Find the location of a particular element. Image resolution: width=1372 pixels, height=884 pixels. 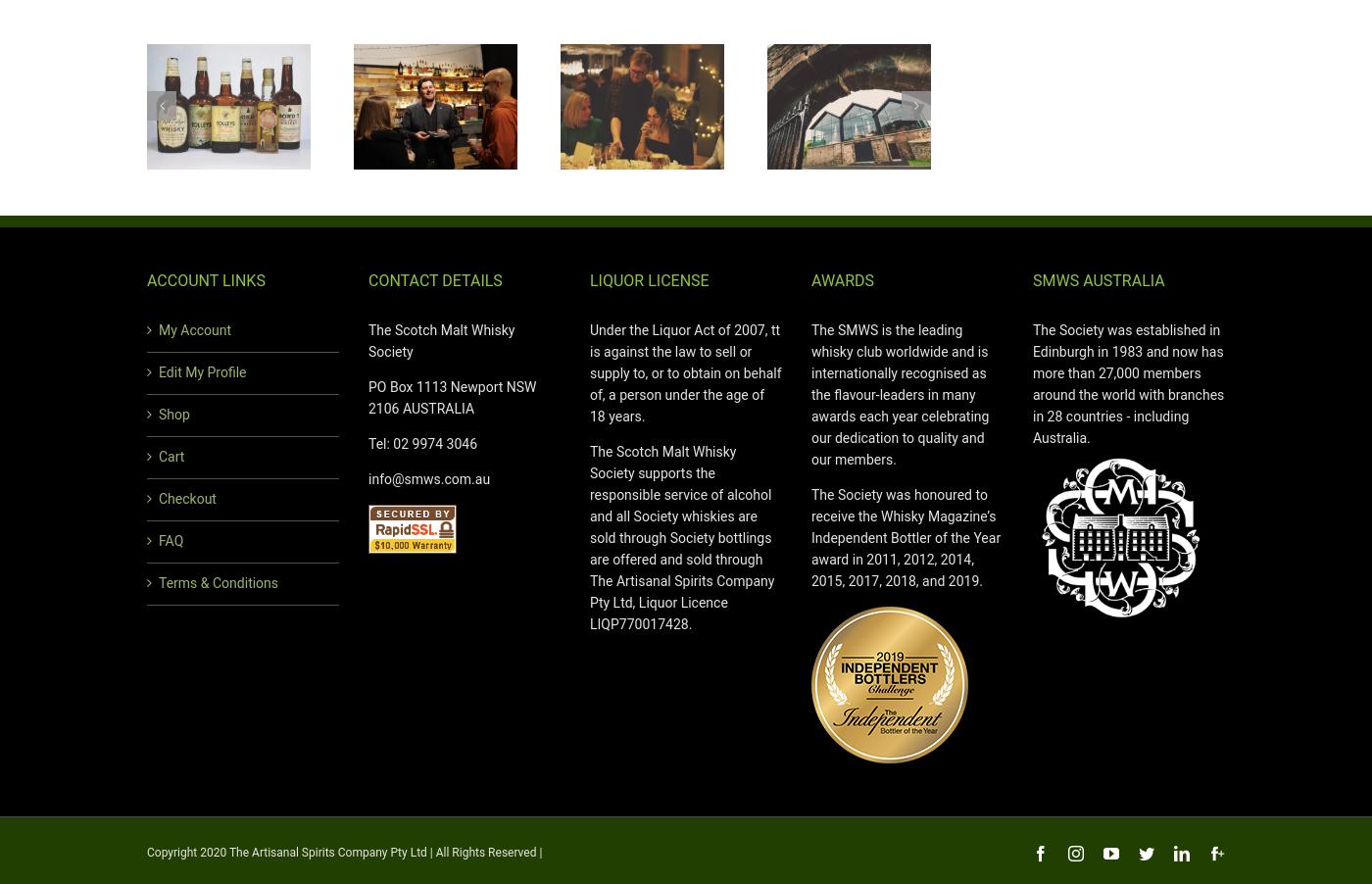

'info@smws.com.au' is located at coordinates (368, 477).